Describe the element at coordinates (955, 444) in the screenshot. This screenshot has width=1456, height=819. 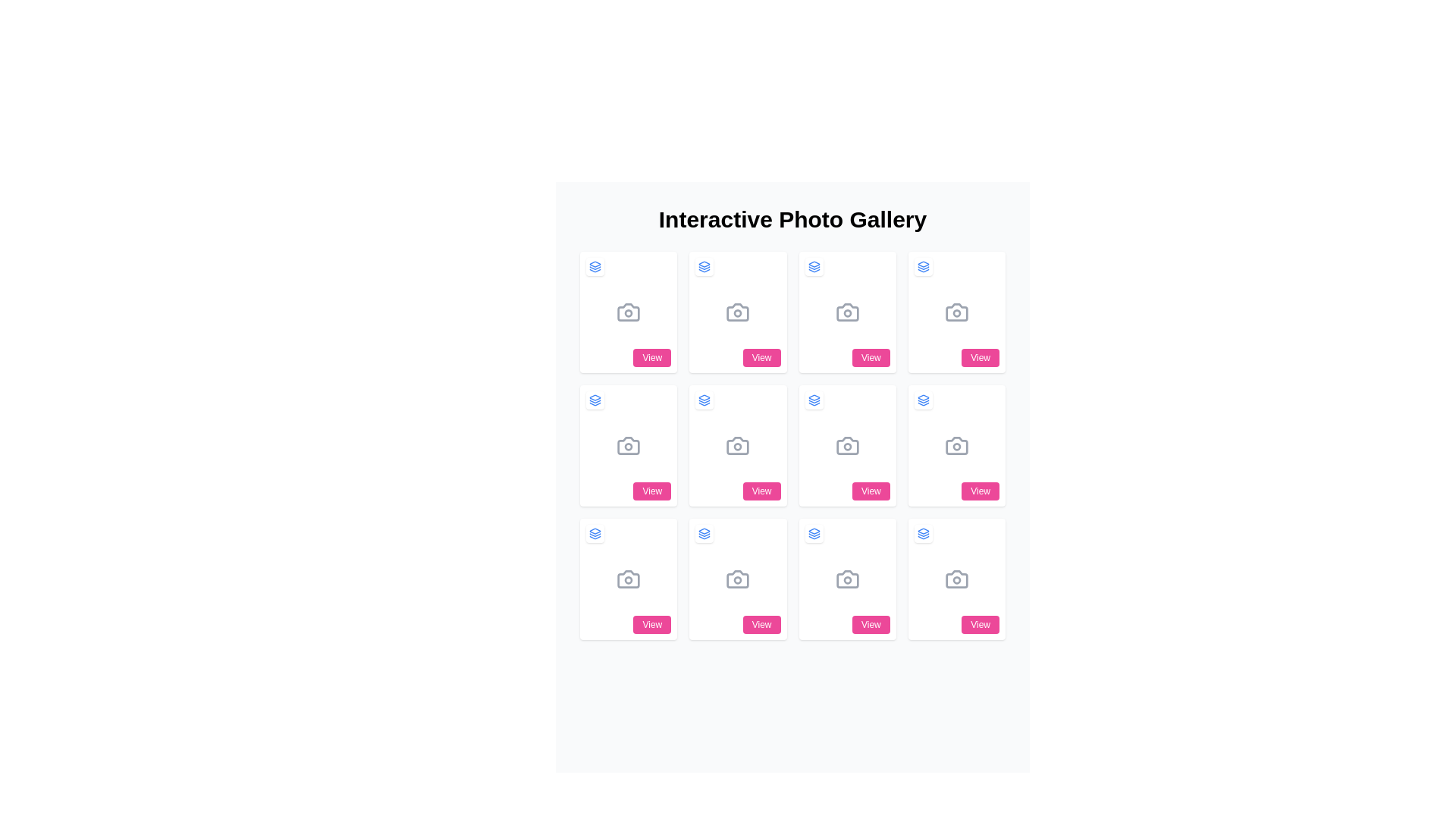
I see `the camera icon located in the third row and third column of the grid under 'Interactive Photo Gallery'` at that location.